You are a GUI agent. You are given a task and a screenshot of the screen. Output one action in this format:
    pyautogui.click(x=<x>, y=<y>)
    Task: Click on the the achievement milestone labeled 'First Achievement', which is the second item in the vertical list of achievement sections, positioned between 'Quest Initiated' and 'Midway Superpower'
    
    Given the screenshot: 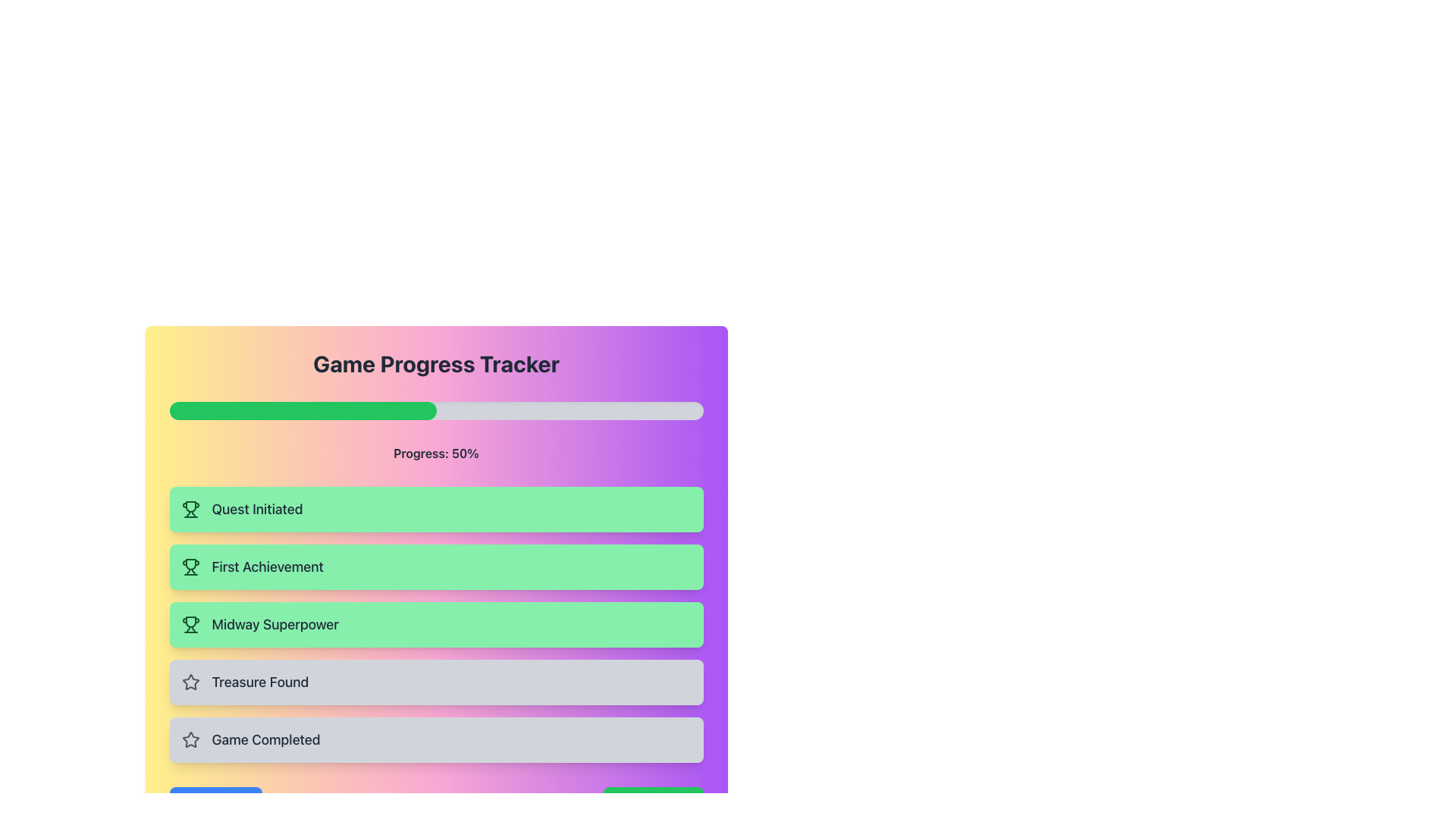 What is the action you would take?
    pyautogui.click(x=435, y=567)
    